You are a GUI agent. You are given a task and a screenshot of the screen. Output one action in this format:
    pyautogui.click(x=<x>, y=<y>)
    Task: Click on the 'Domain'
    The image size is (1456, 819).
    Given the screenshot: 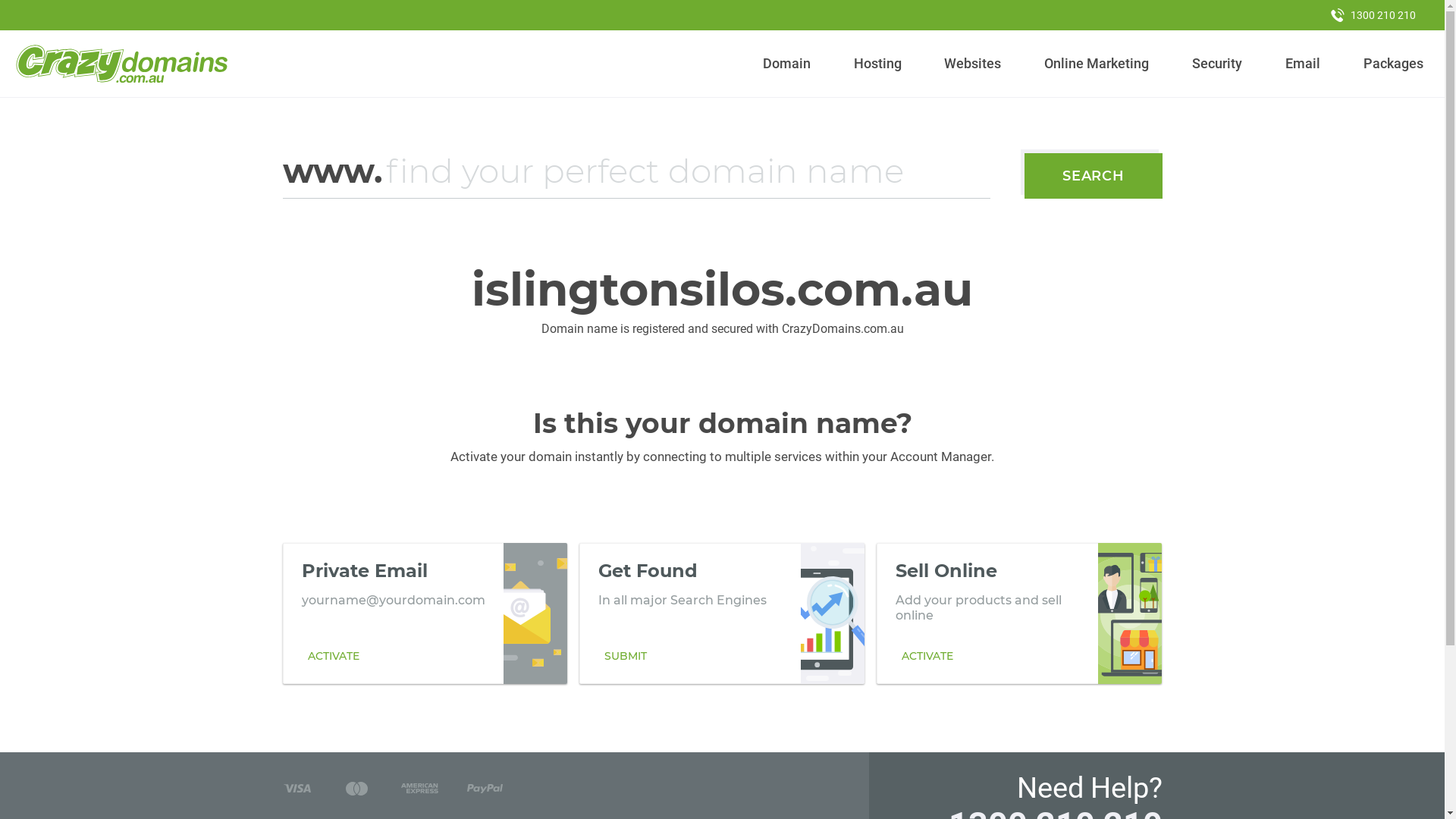 What is the action you would take?
    pyautogui.click(x=786, y=63)
    